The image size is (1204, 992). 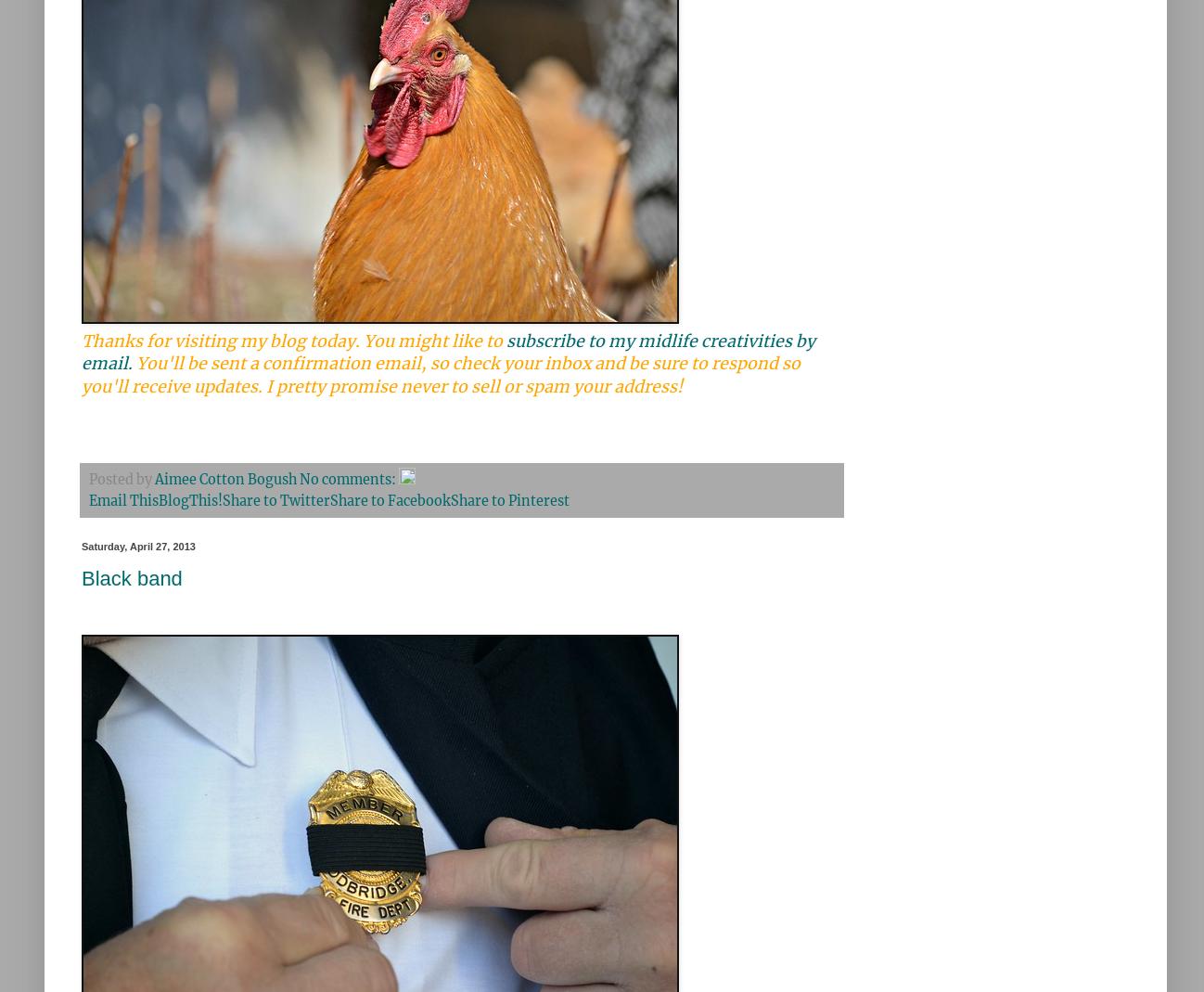 What do you see at coordinates (131, 578) in the screenshot?
I see `'Black band'` at bounding box center [131, 578].